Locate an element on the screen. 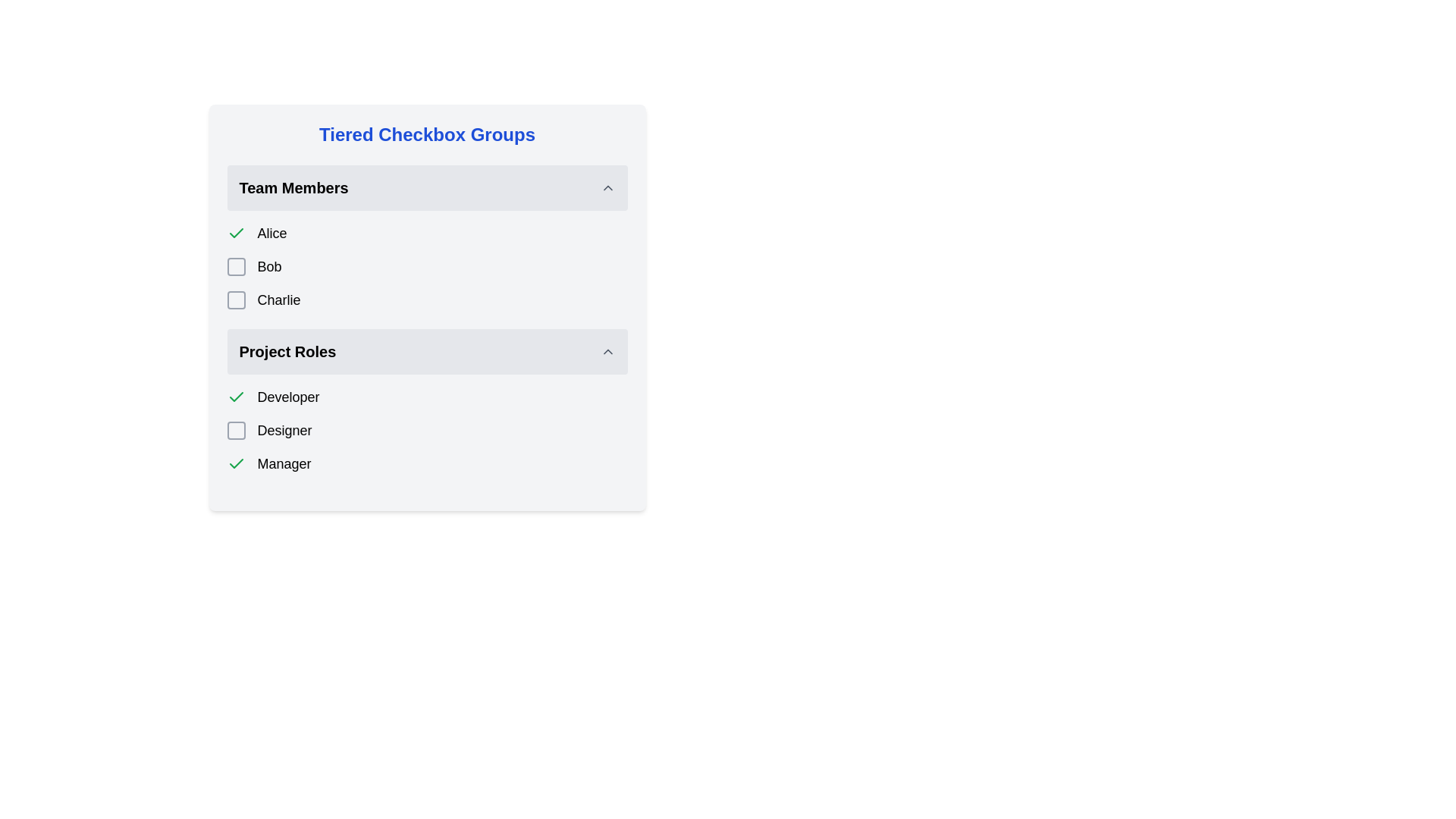 Image resolution: width=1456 pixels, height=819 pixels. to select the checkbox located in the 'Team Members' section, which is the small square checkbox with a gray border preceding the label 'Bob' is located at coordinates (235, 265).